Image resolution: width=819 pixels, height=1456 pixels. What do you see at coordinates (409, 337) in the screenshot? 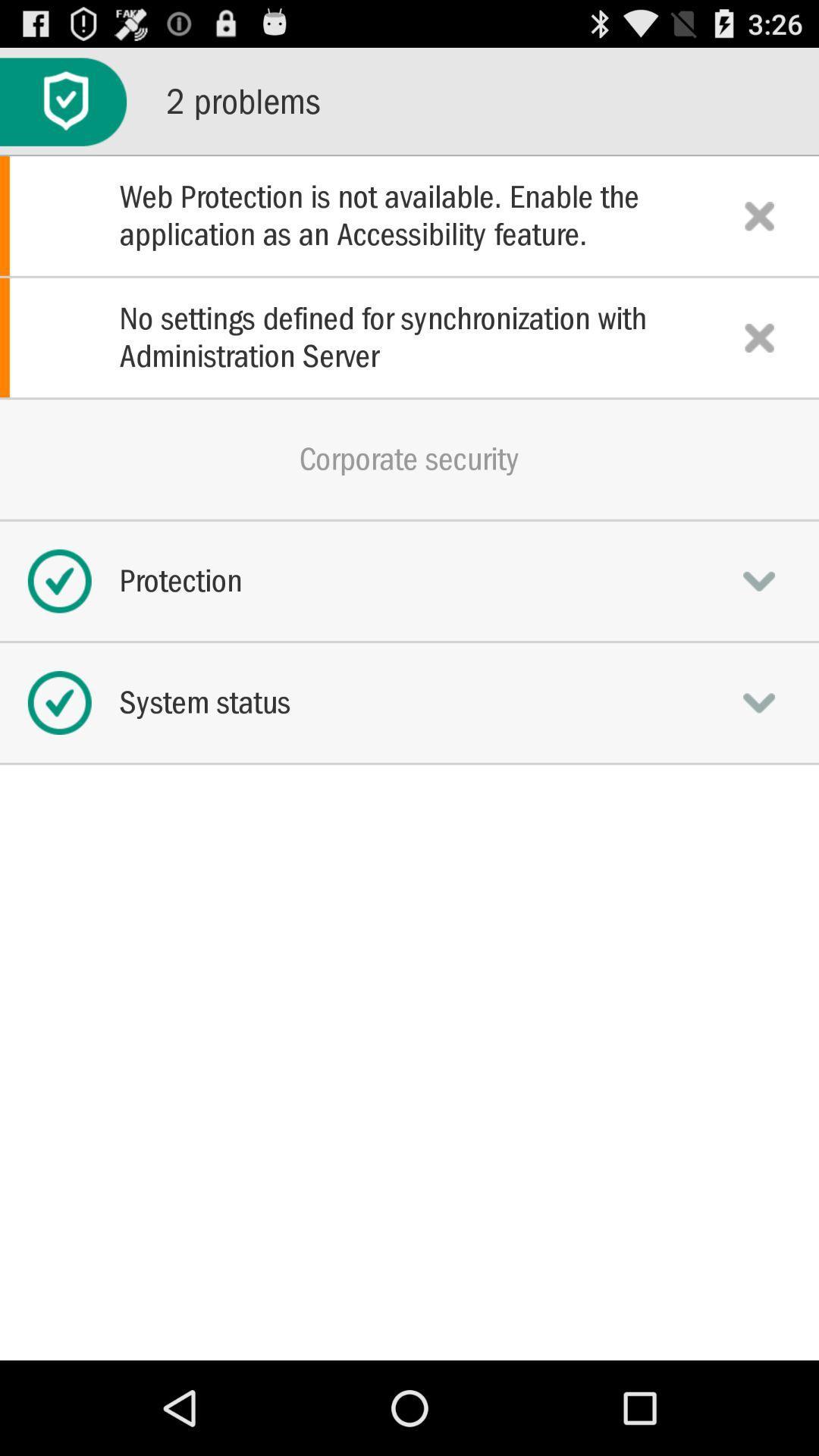
I see `the no settings defined app` at bounding box center [409, 337].